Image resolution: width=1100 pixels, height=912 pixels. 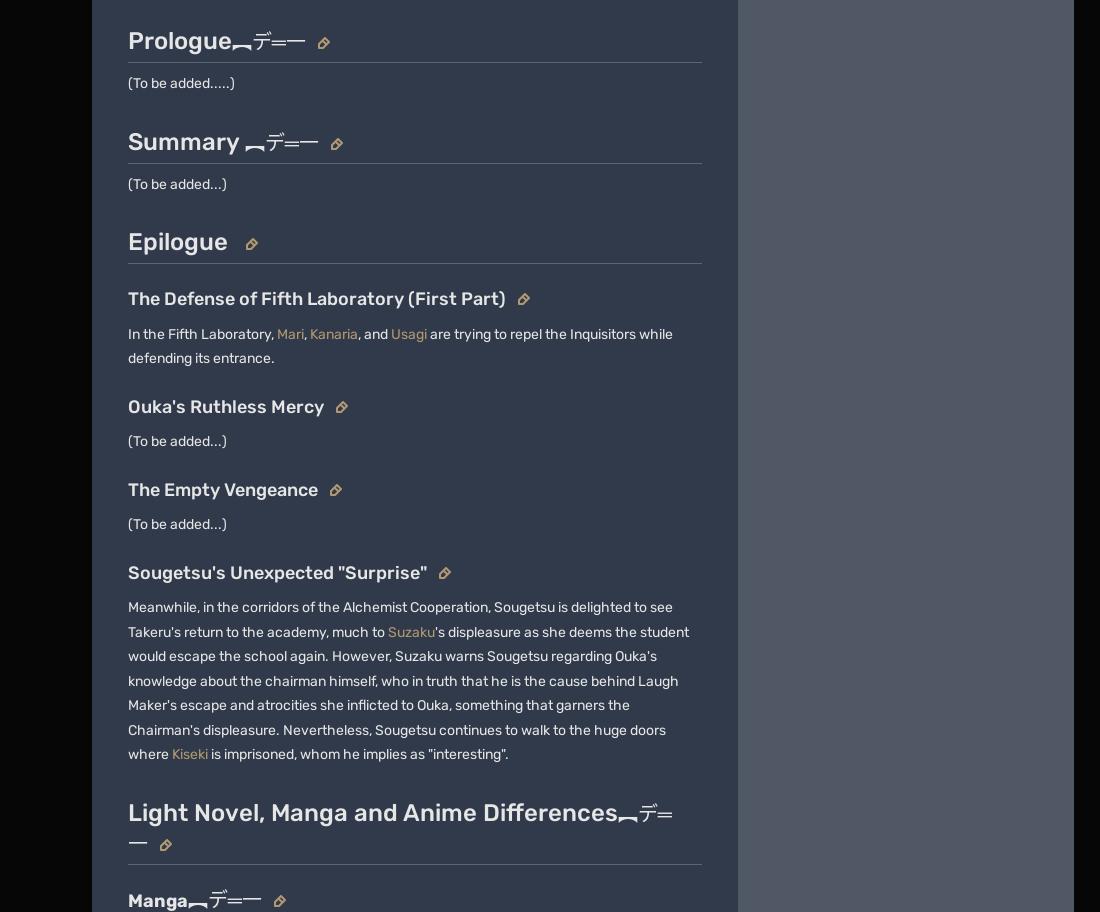 I want to click on 'Global Sitemap', so click(x=389, y=492).